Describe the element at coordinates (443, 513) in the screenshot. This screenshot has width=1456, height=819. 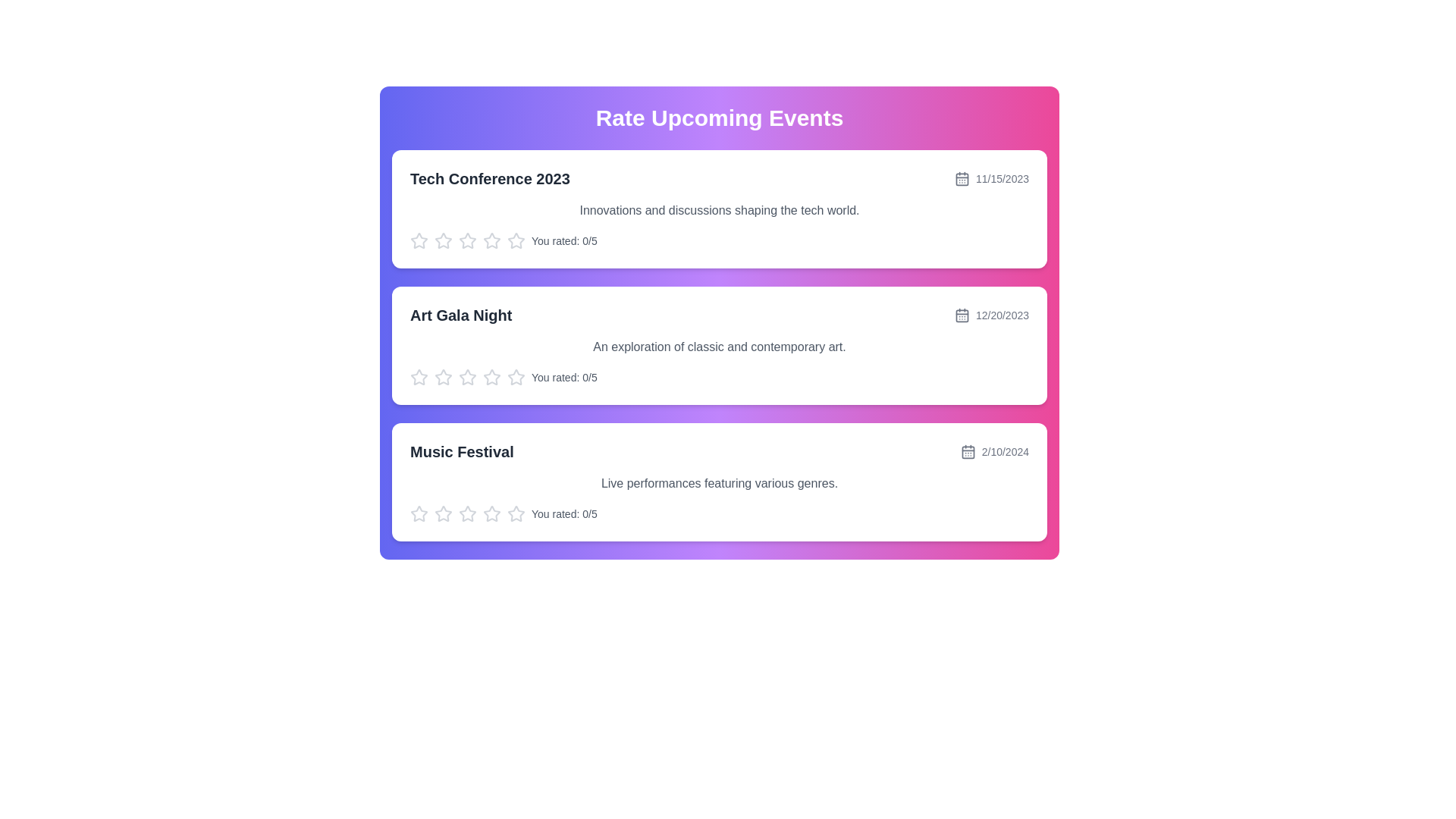
I see `the third star-shaped rating icon under the 'Music Festival' event` at that location.